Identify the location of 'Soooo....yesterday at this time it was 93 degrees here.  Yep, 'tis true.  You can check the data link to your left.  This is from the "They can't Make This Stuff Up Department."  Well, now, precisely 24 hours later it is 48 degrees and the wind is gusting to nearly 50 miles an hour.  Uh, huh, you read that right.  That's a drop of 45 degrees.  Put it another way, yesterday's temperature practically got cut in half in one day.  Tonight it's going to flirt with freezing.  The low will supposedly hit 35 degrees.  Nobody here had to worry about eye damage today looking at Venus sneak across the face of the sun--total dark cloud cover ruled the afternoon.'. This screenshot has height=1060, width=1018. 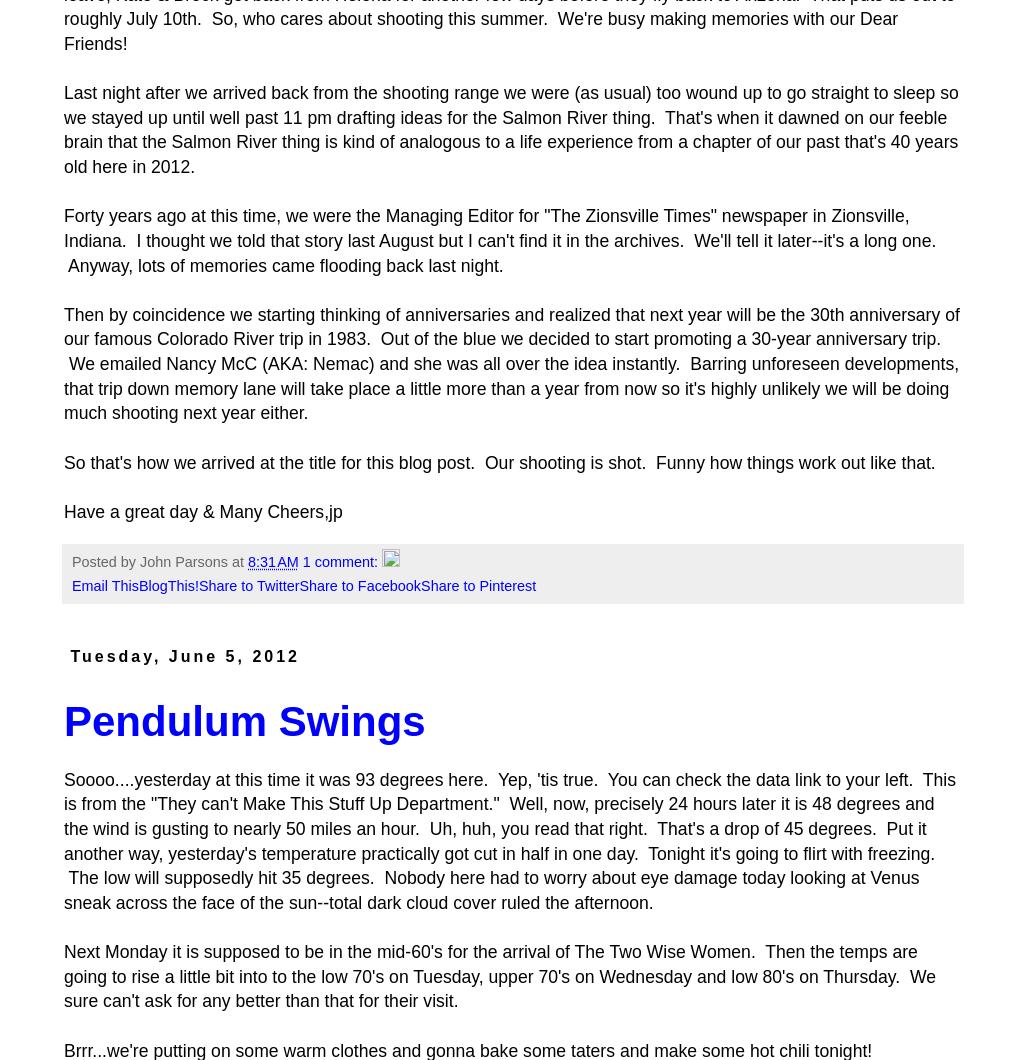
(509, 840).